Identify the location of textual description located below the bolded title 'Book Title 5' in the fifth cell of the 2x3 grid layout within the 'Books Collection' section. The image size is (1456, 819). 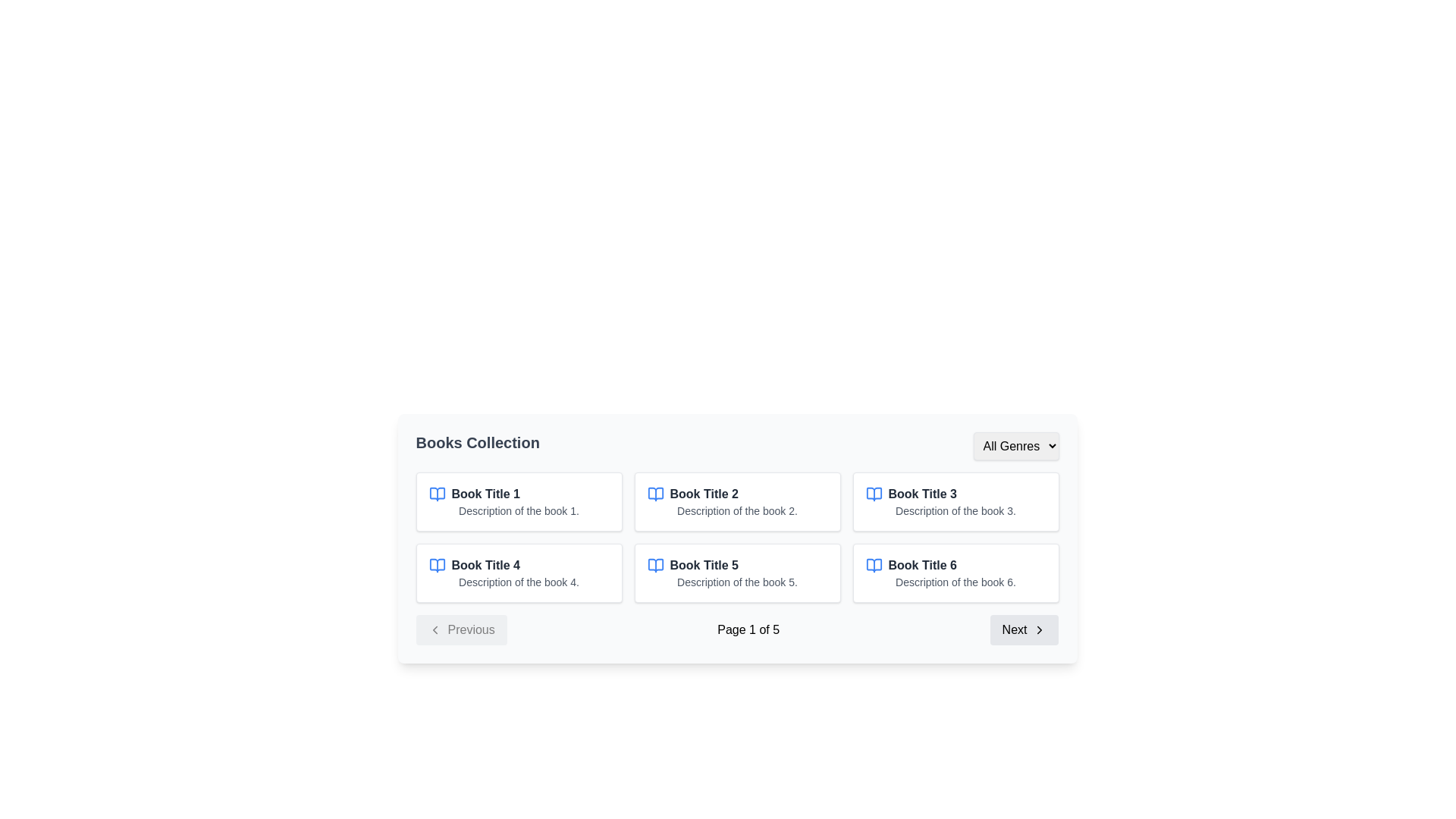
(737, 581).